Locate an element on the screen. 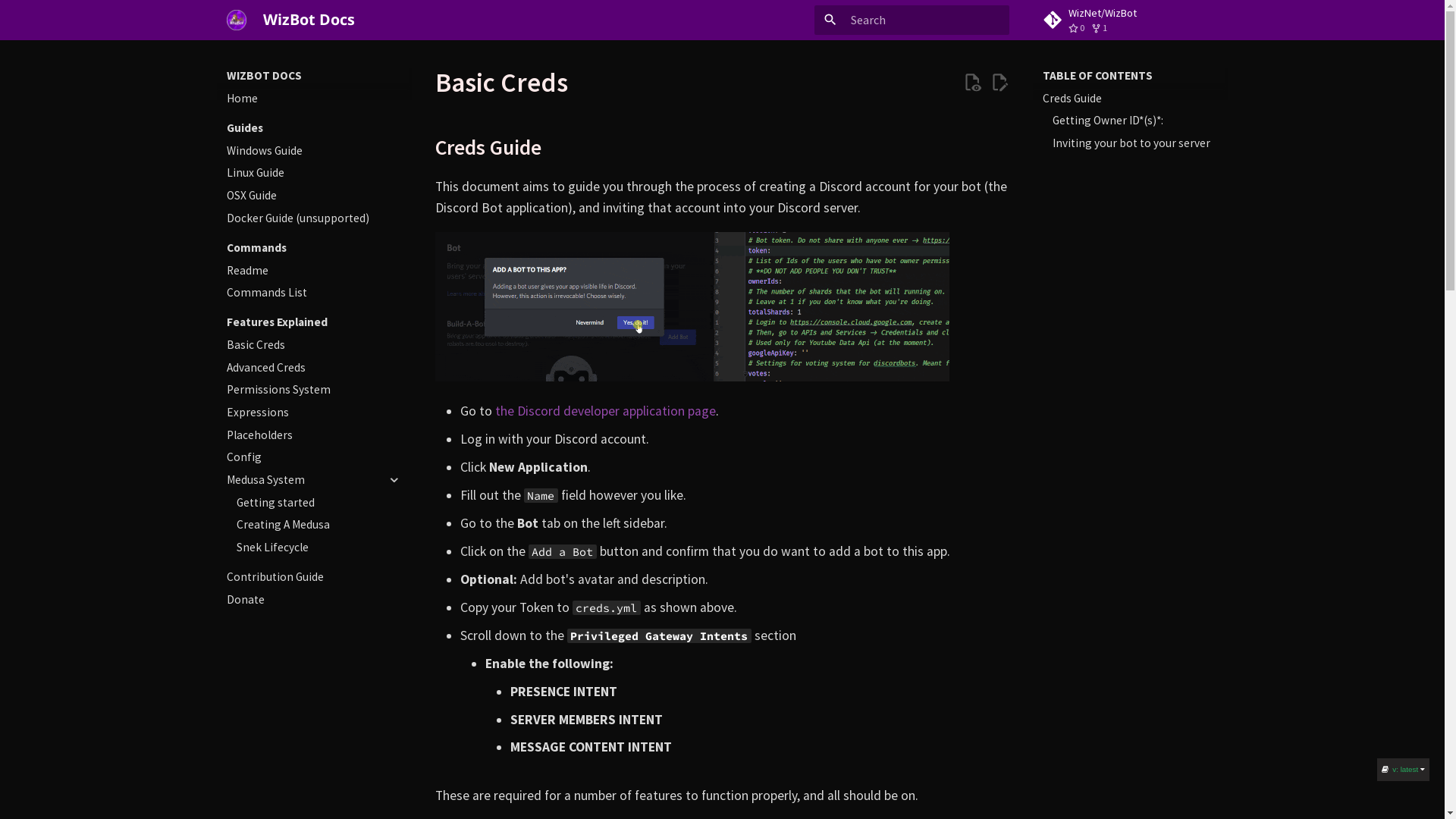  'Inviting your bot to your server' is located at coordinates (1135, 143).